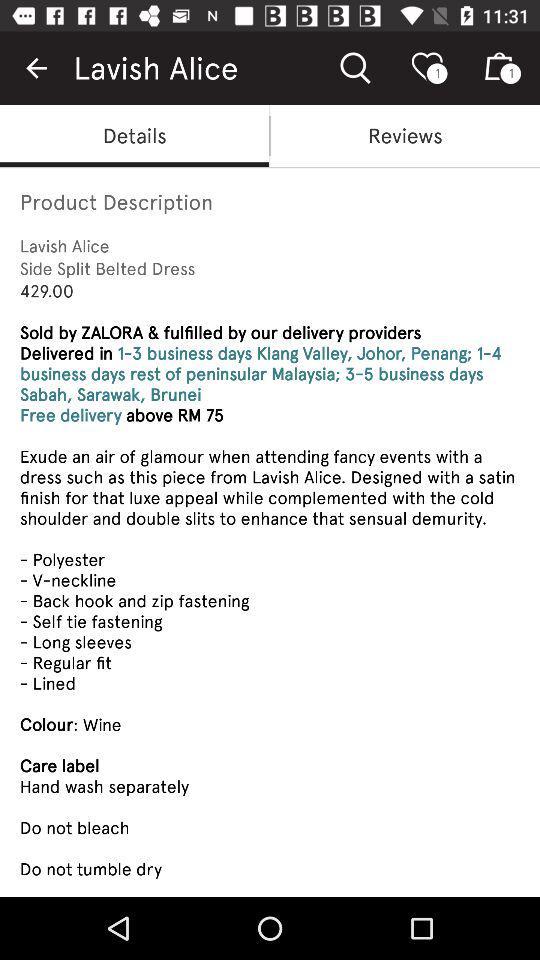  What do you see at coordinates (405, 134) in the screenshot?
I see `item below the lavish alice icon` at bounding box center [405, 134].